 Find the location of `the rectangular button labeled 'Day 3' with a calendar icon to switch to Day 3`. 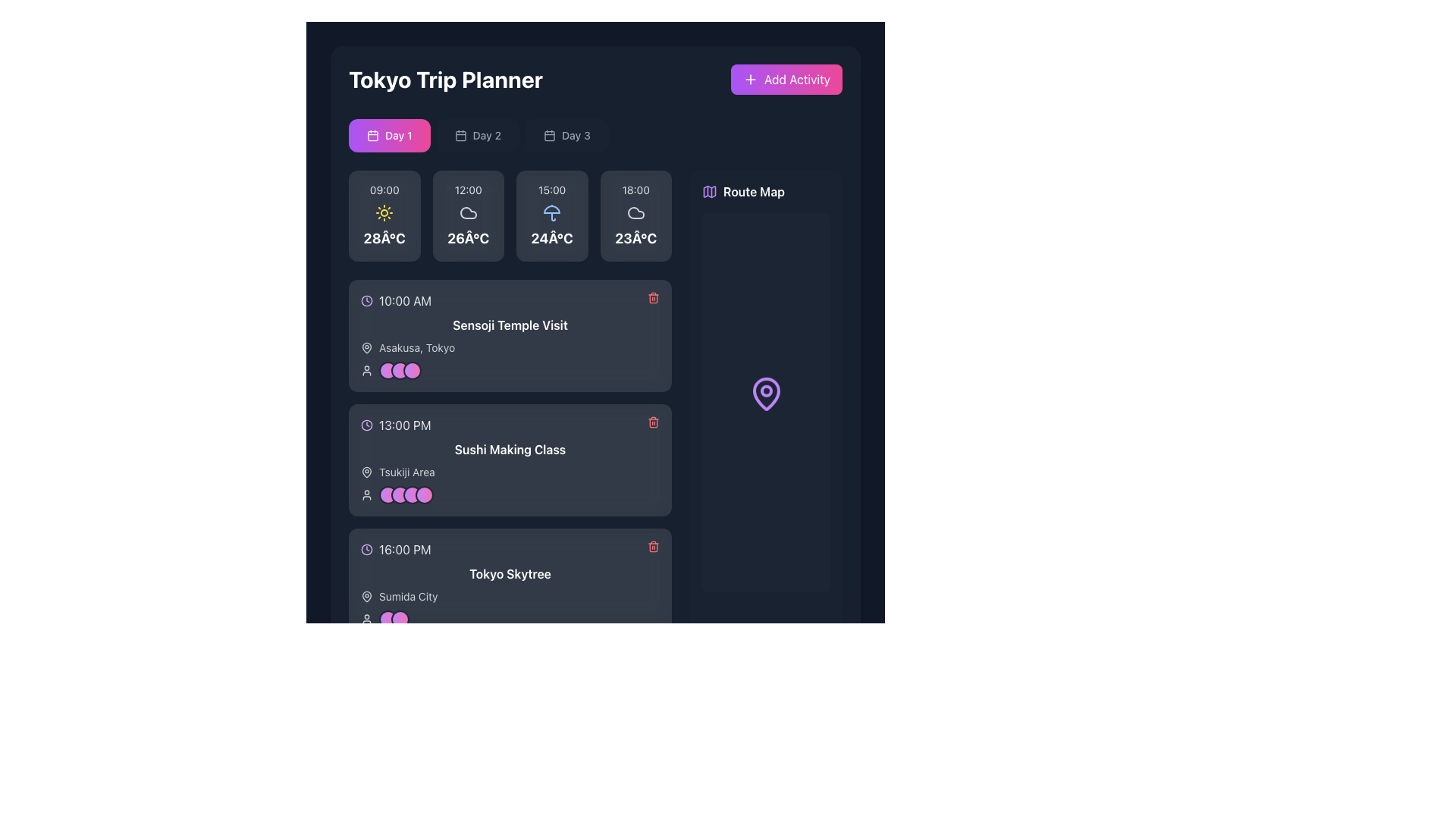

the rectangular button labeled 'Day 3' with a calendar icon to switch to Day 3 is located at coordinates (566, 134).